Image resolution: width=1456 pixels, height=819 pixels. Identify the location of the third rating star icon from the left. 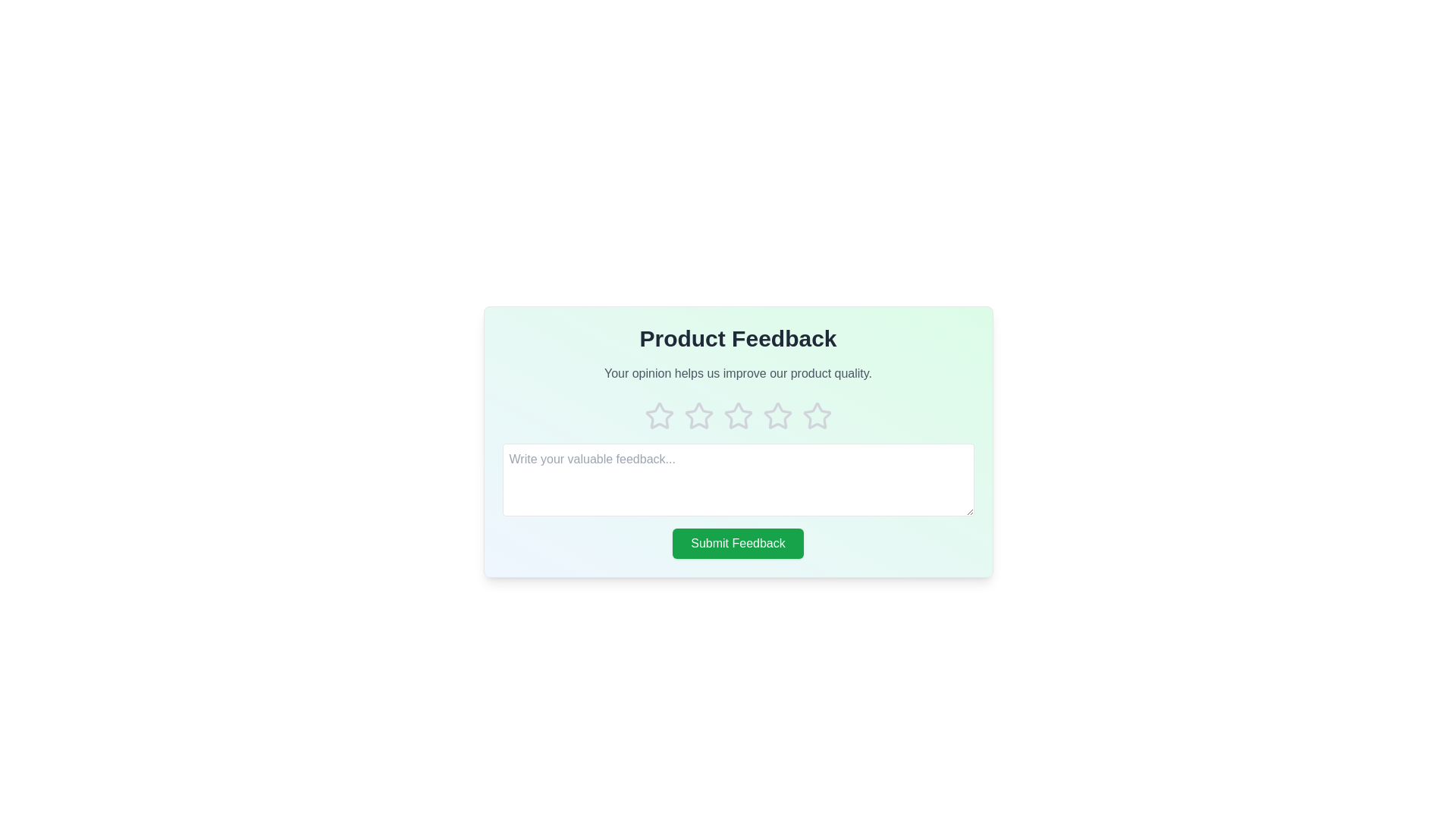
(738, 416).